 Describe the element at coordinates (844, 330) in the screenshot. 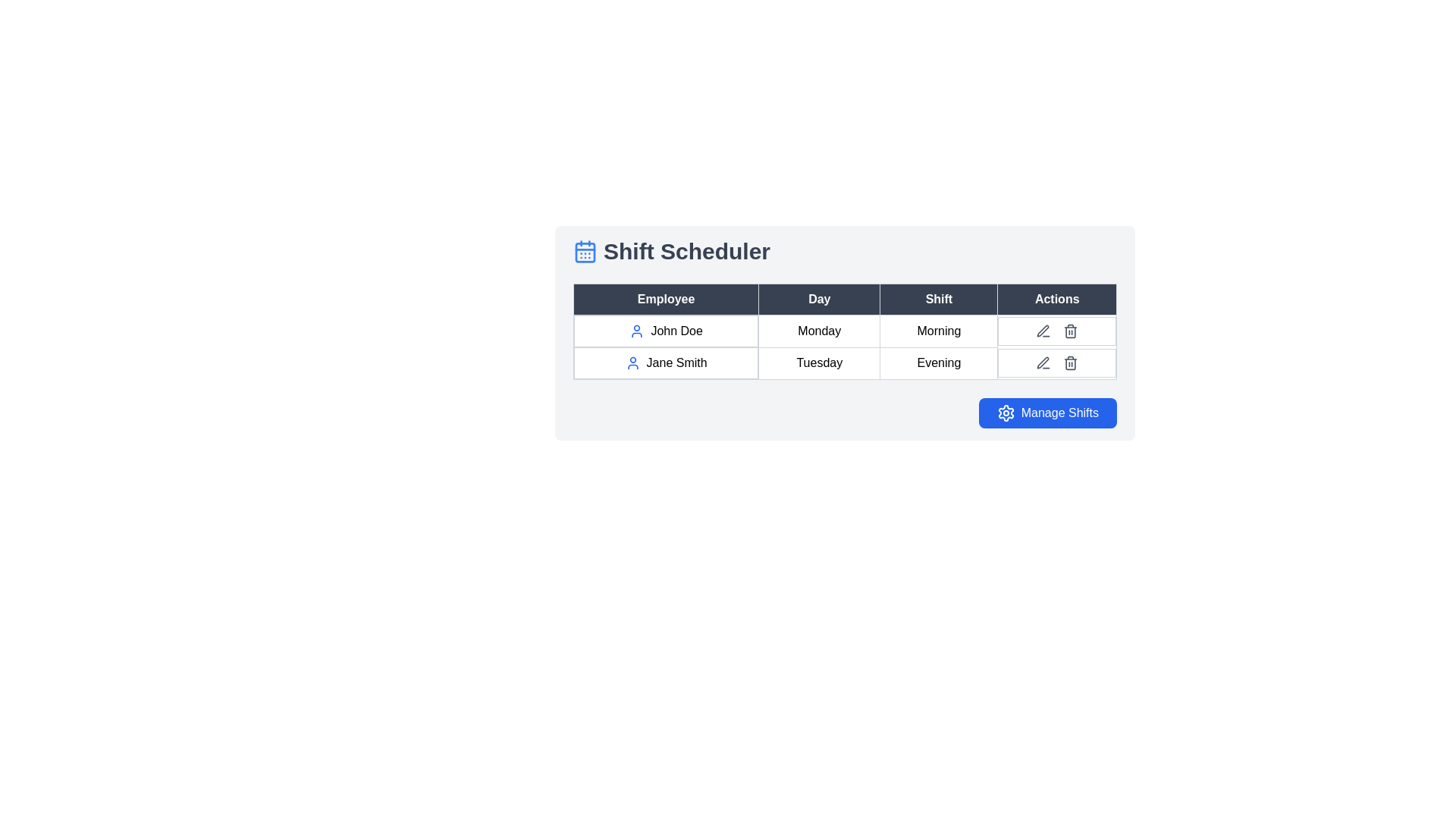

I see `the first row in the 'Shift Scheduler' table that displays 'John Doe' in the 'Employee' column, 'Monday' in the 'Day' column, and 'Morning' in the 'Shift' column` at that location.